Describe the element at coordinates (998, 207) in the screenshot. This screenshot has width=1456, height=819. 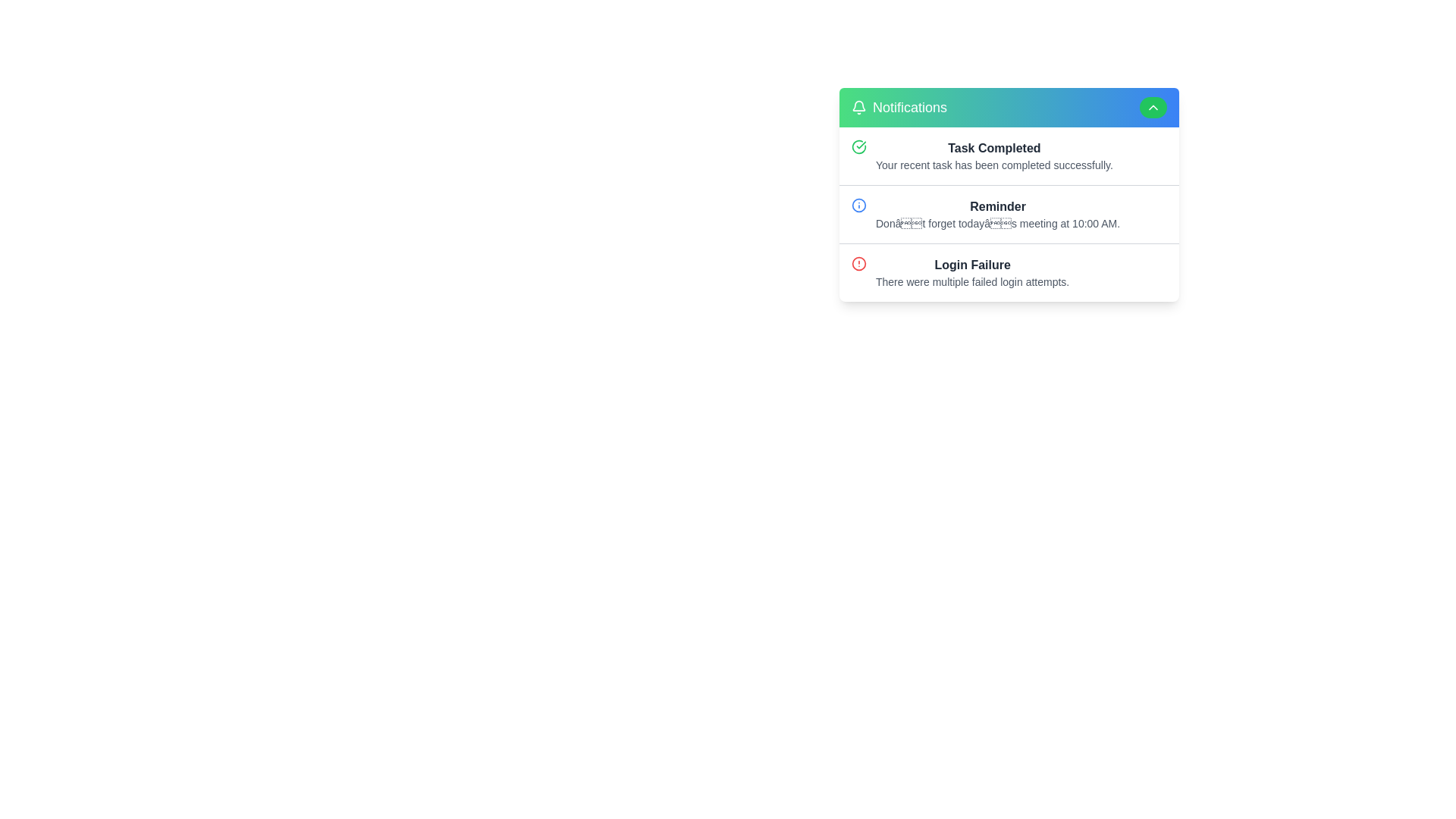
I see `the 'Reminder' text label displayed in bold dark gray font within the notification card at the top of the notifications panel` at that location.